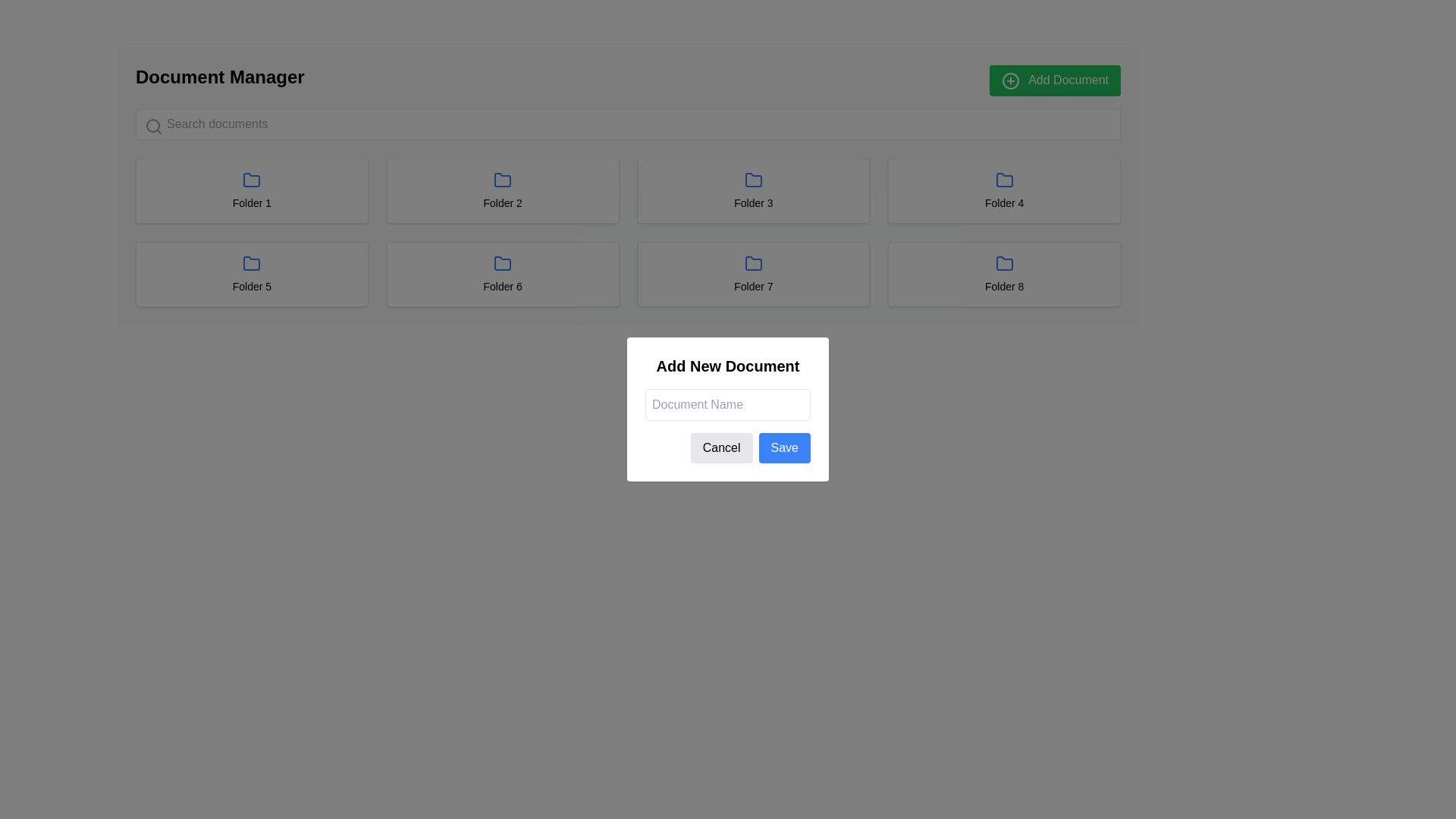  What do you see at coordinates (728, 403) in the screenshot?
I see `the text input field for new document entry in the 'Add New Document' modal` at bounding box center [728, 403].